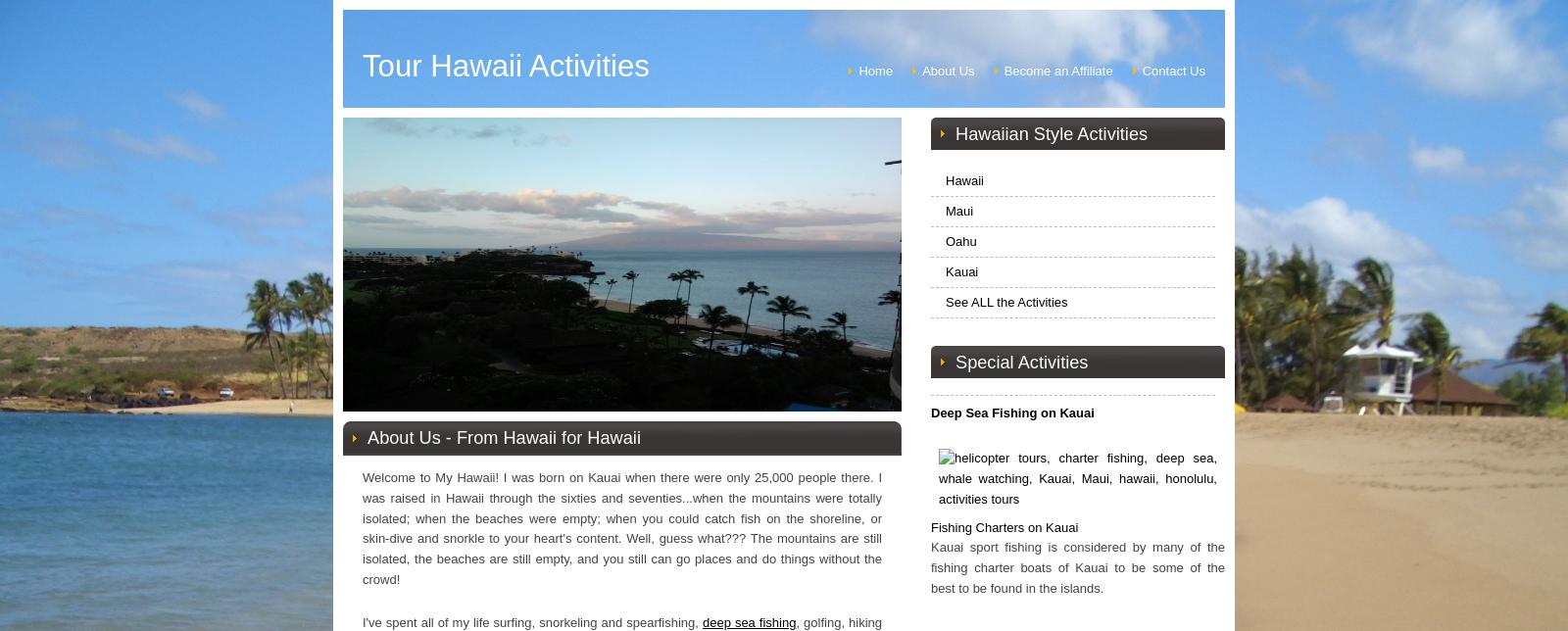 The width and height of the screenshot is (1568, 631). What do you see at coordinates (503, 438) in the screenshot?
I see `'About Us - From Hawaii for Hawaii'` at bounding box center [503, 438].